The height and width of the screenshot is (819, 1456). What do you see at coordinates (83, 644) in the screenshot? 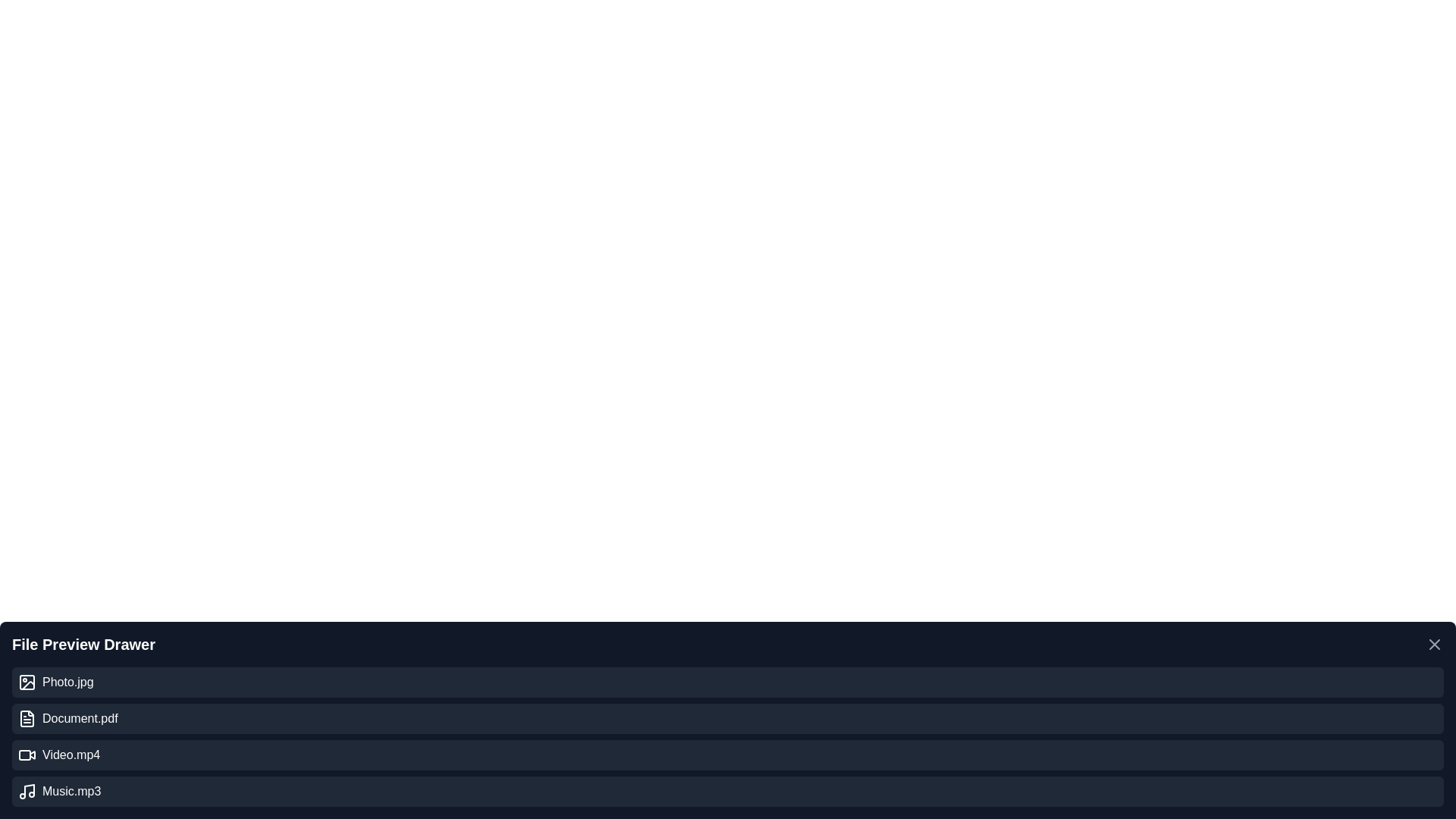
I see `header text 'File Preview Drawer' located at the top left corner of the panel to understand the purpose of the panel` at bounding box center [83, 644].